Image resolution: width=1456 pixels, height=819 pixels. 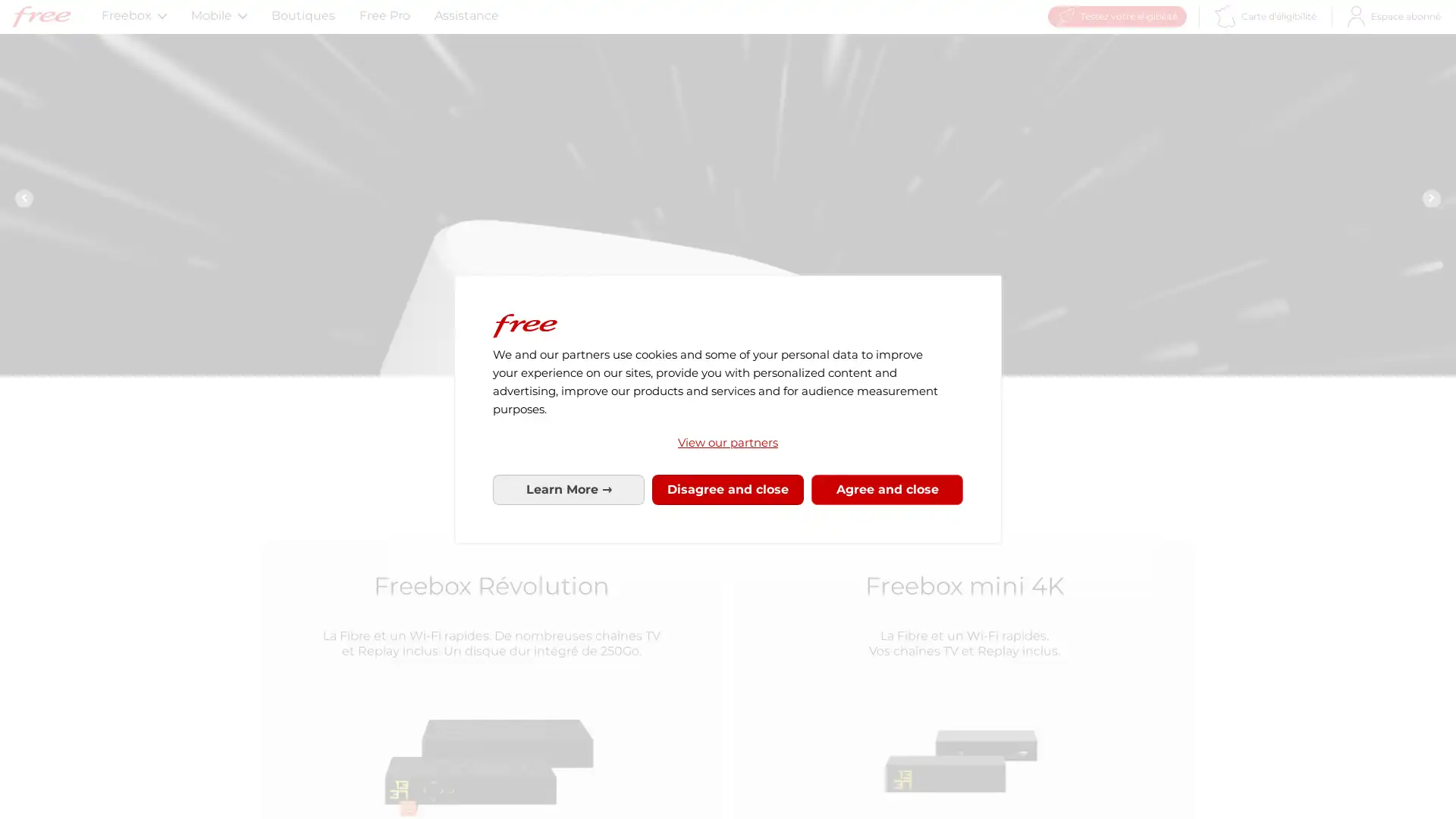 I want to click on Configure your consents, so click(x=567, y=489).